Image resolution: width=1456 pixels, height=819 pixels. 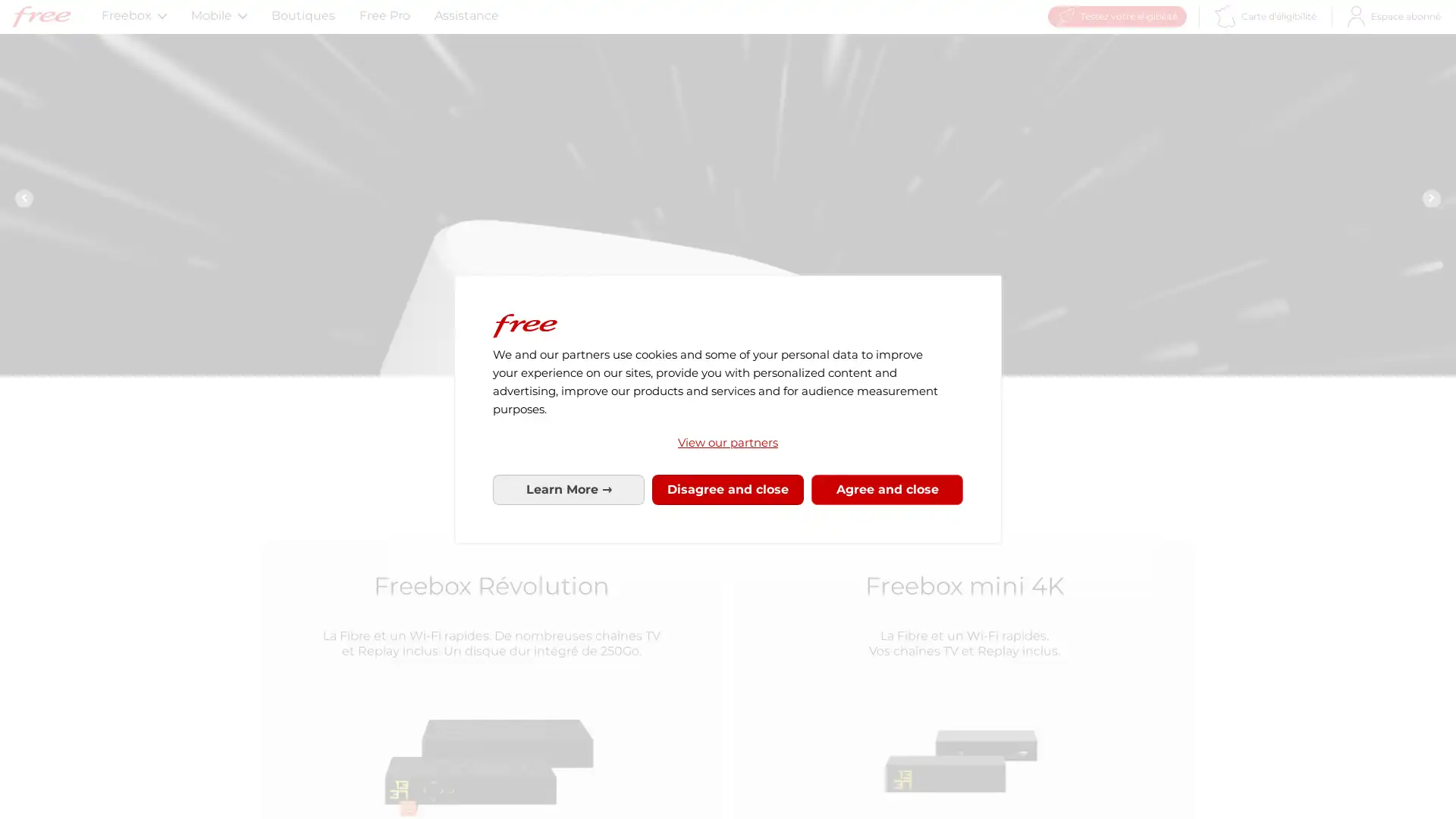 I want to click on Configure your consents, so click(x=567, y=489).